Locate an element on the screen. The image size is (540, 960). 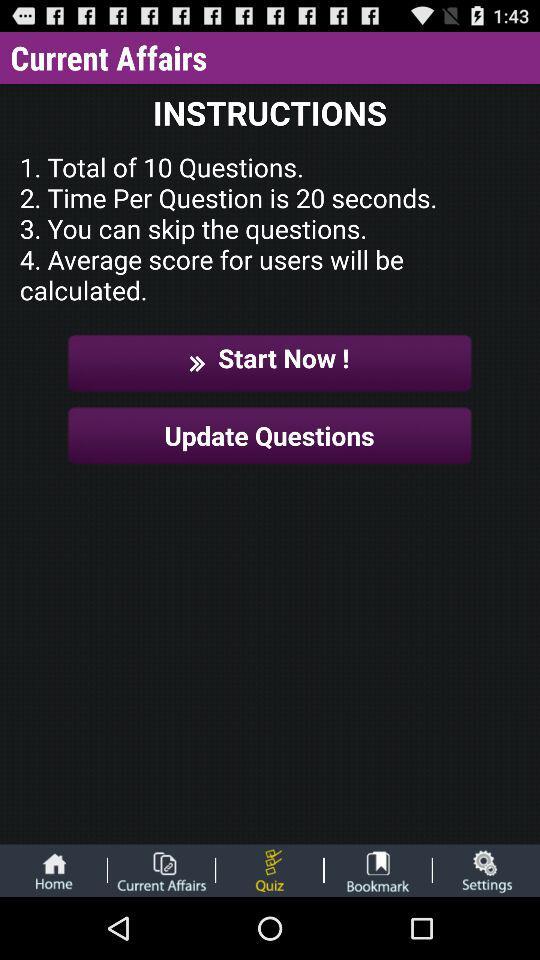
bookmark page is located at coordinates (378, 869).